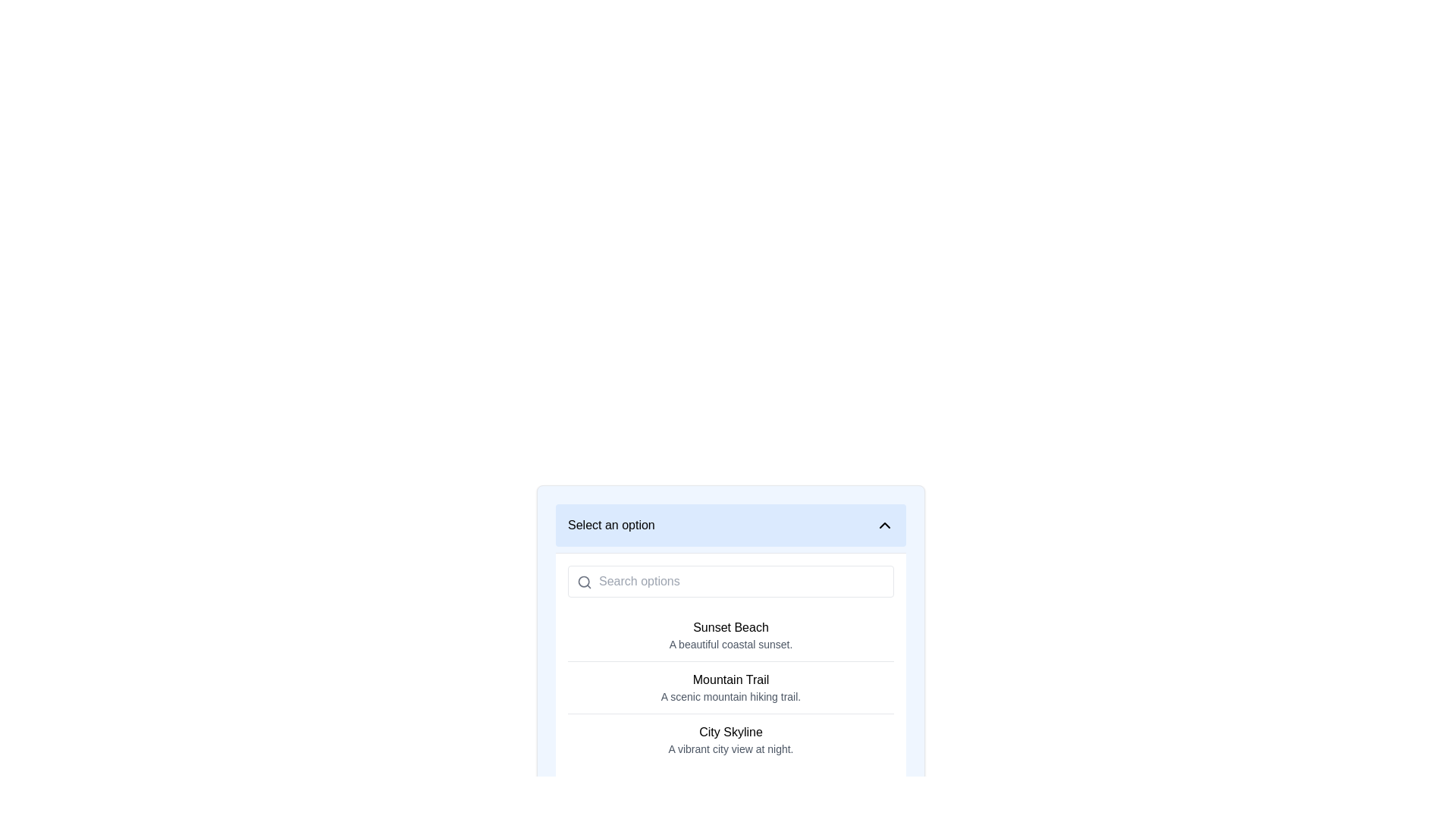  Describe the element at coordinates (584, 581) in the screenshot. I see `the search icon styled with a magnifying glass graphic located inside a text input area adjacent to the 'Search options' placeholder` at that location.